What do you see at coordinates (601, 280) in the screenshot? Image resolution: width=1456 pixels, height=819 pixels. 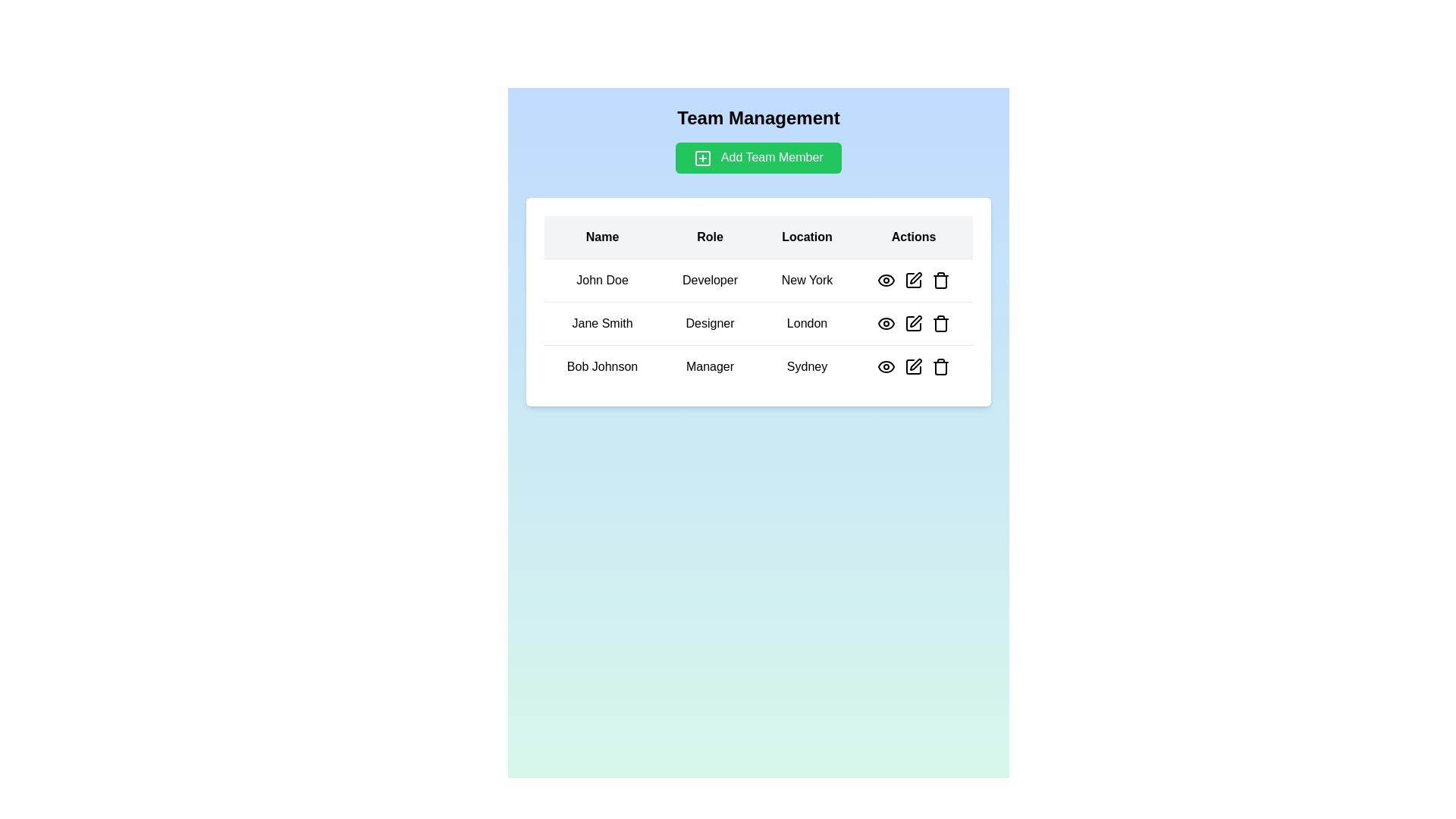 I see `the text label that identifies the name of a team member in the first column of the first row of the table under the 'Name' header` at bounding box center [601, 280].